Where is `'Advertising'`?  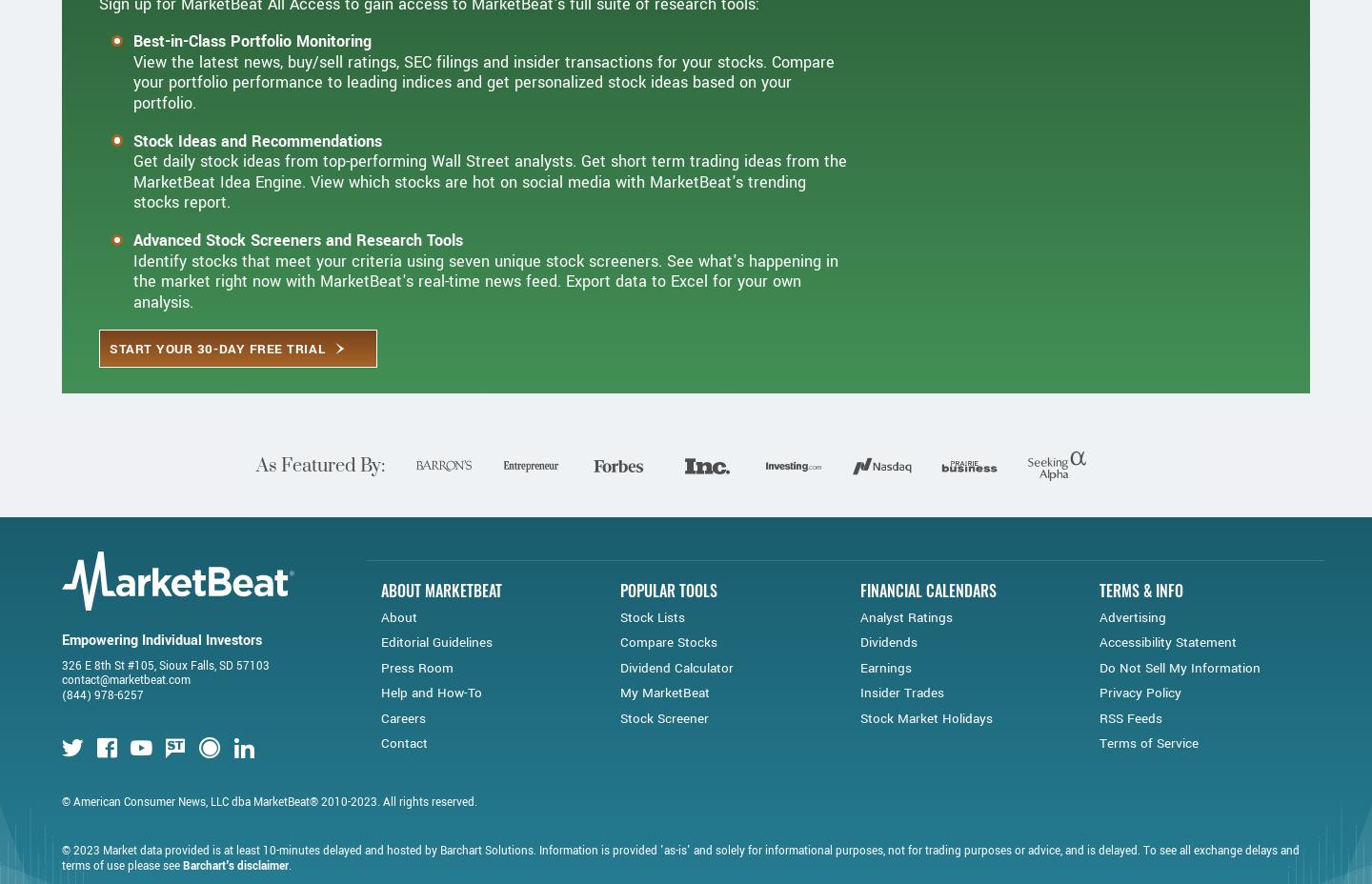
'Advertising' is located at coordinates (1132, 677).